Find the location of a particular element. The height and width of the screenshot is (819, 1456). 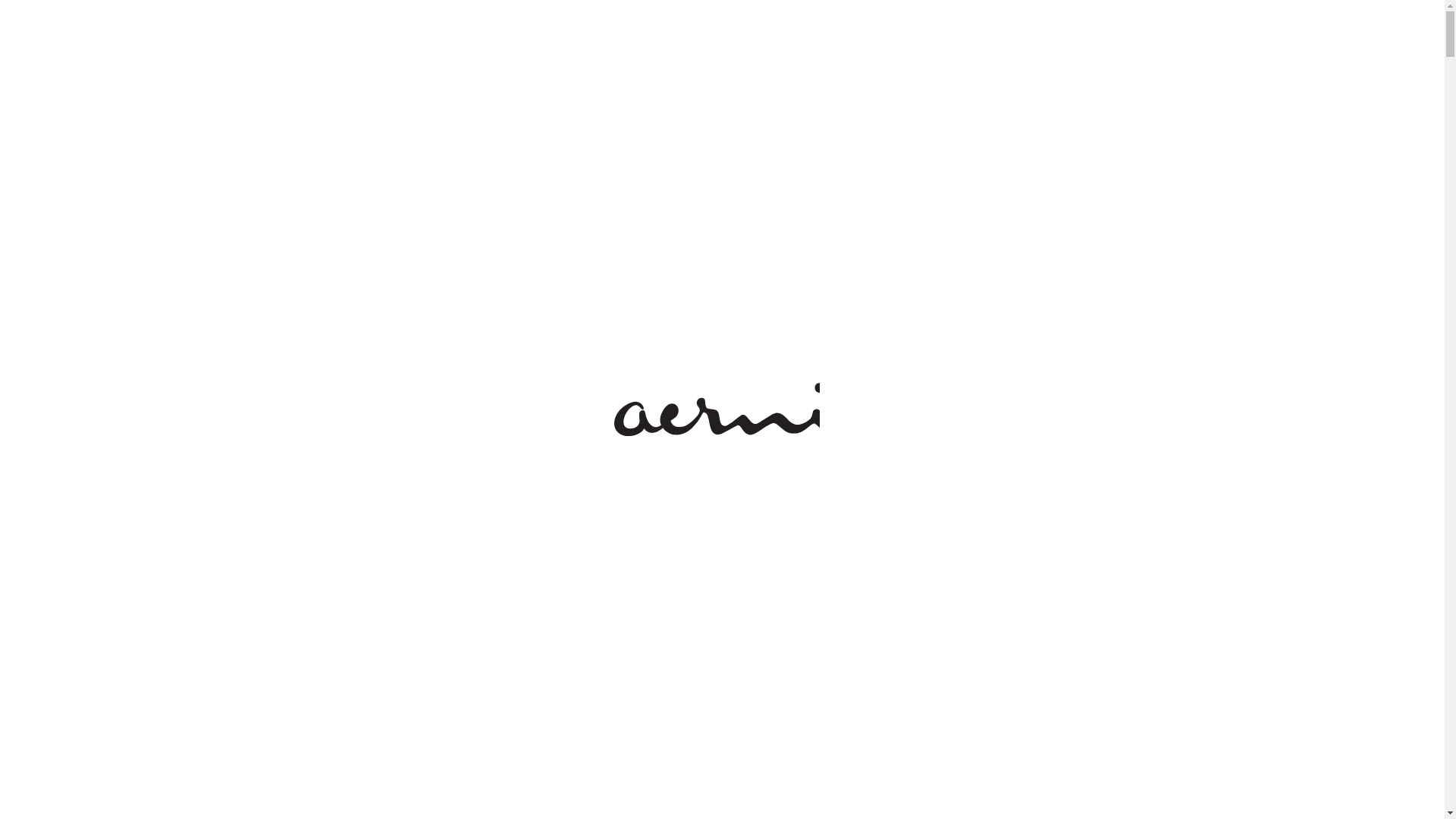

'BAR' is located at coordinates (1120, 64).